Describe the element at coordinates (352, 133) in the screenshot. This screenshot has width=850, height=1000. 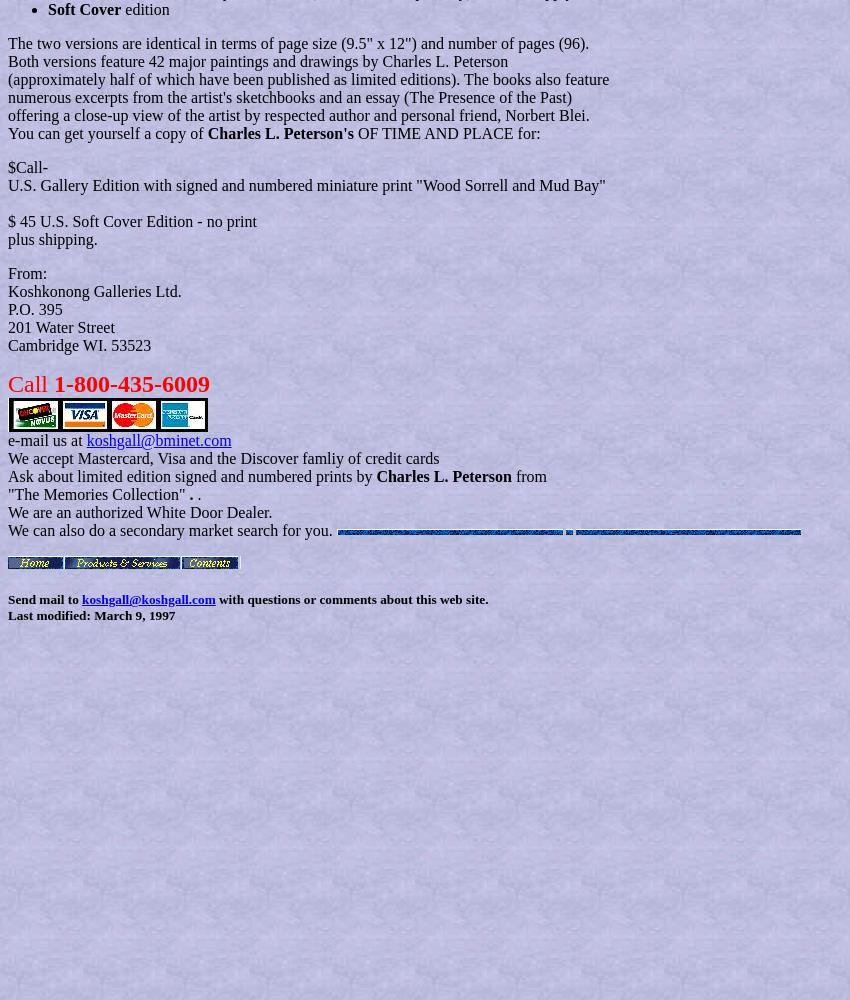
I see `'OF
TIME AND PLACE for:'` at that location.